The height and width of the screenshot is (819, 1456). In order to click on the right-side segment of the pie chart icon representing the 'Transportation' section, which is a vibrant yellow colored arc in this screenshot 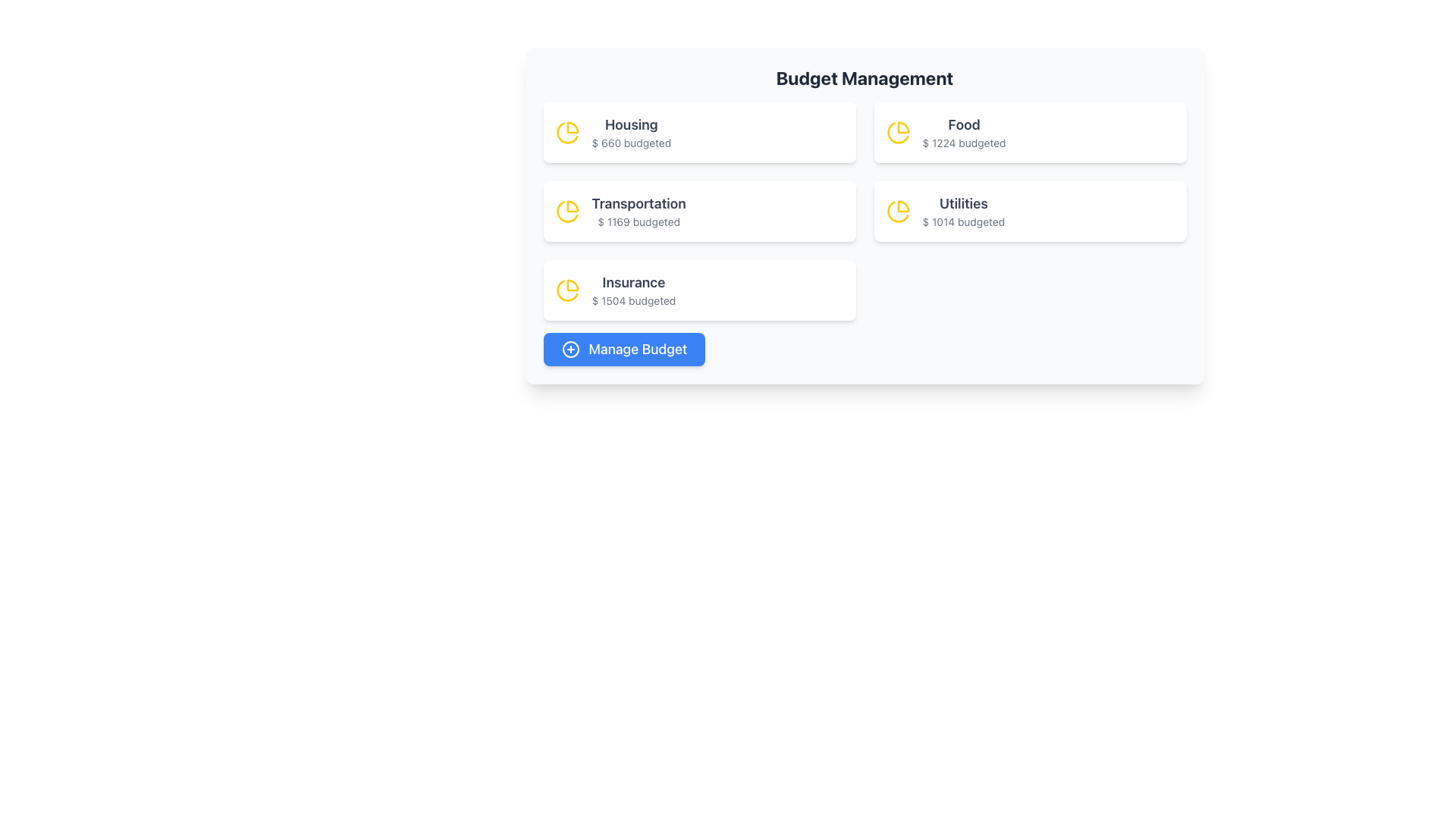, I will do `click(572, 206)`.